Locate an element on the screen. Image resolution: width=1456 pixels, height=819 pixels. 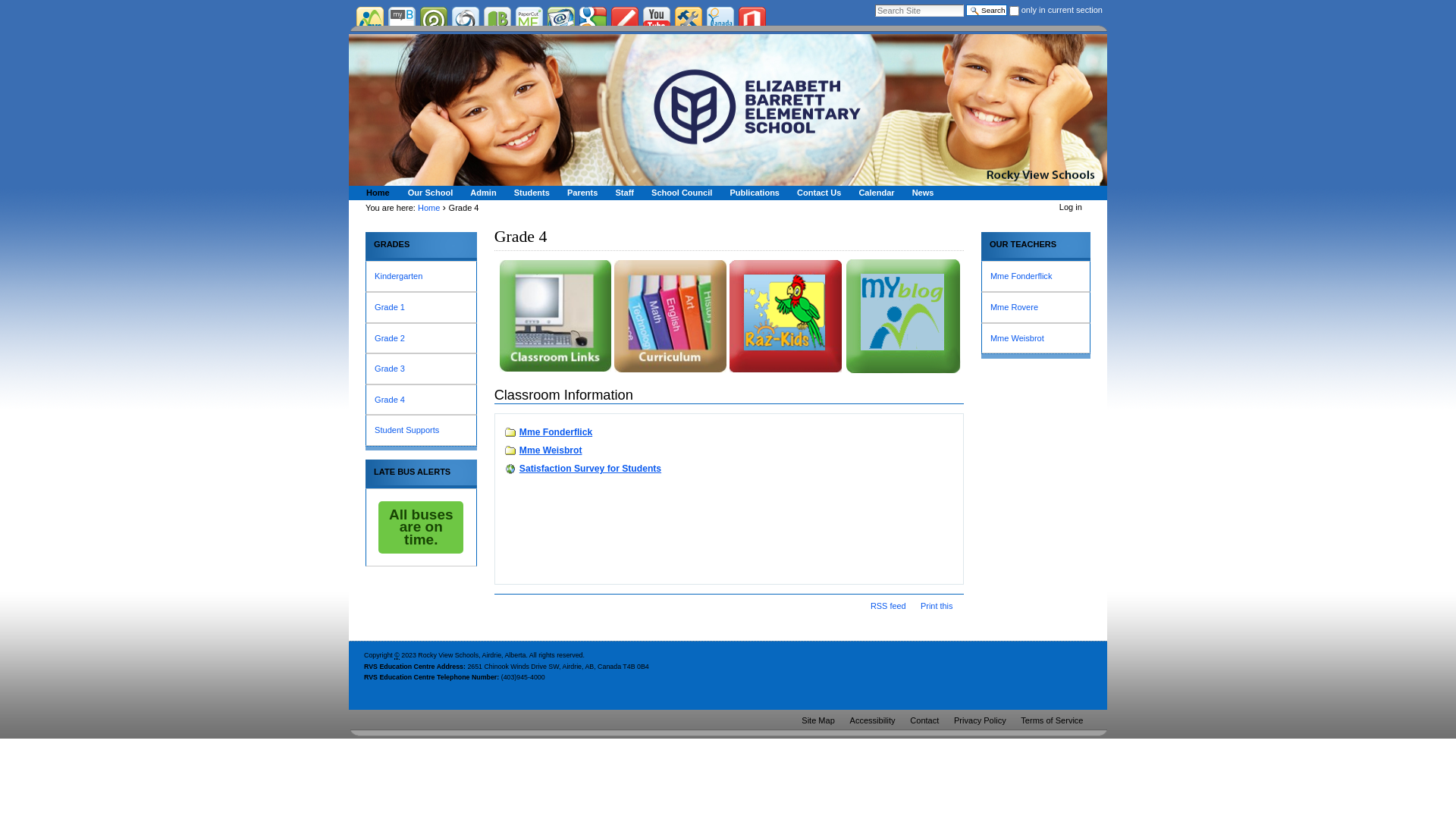
'Accessibility' is located at coordinates (872, 719).